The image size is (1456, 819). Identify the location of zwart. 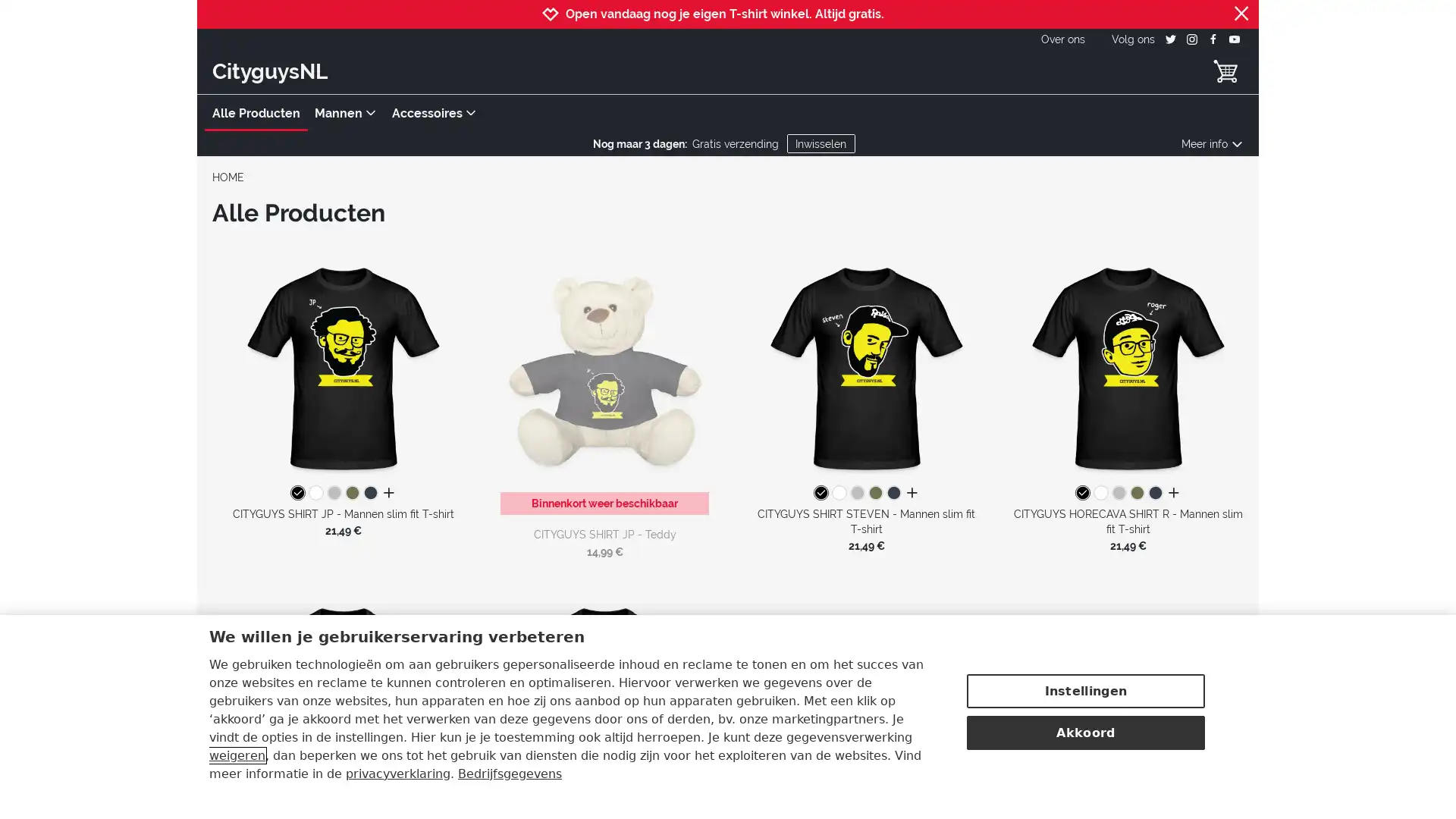
(1081, 494).